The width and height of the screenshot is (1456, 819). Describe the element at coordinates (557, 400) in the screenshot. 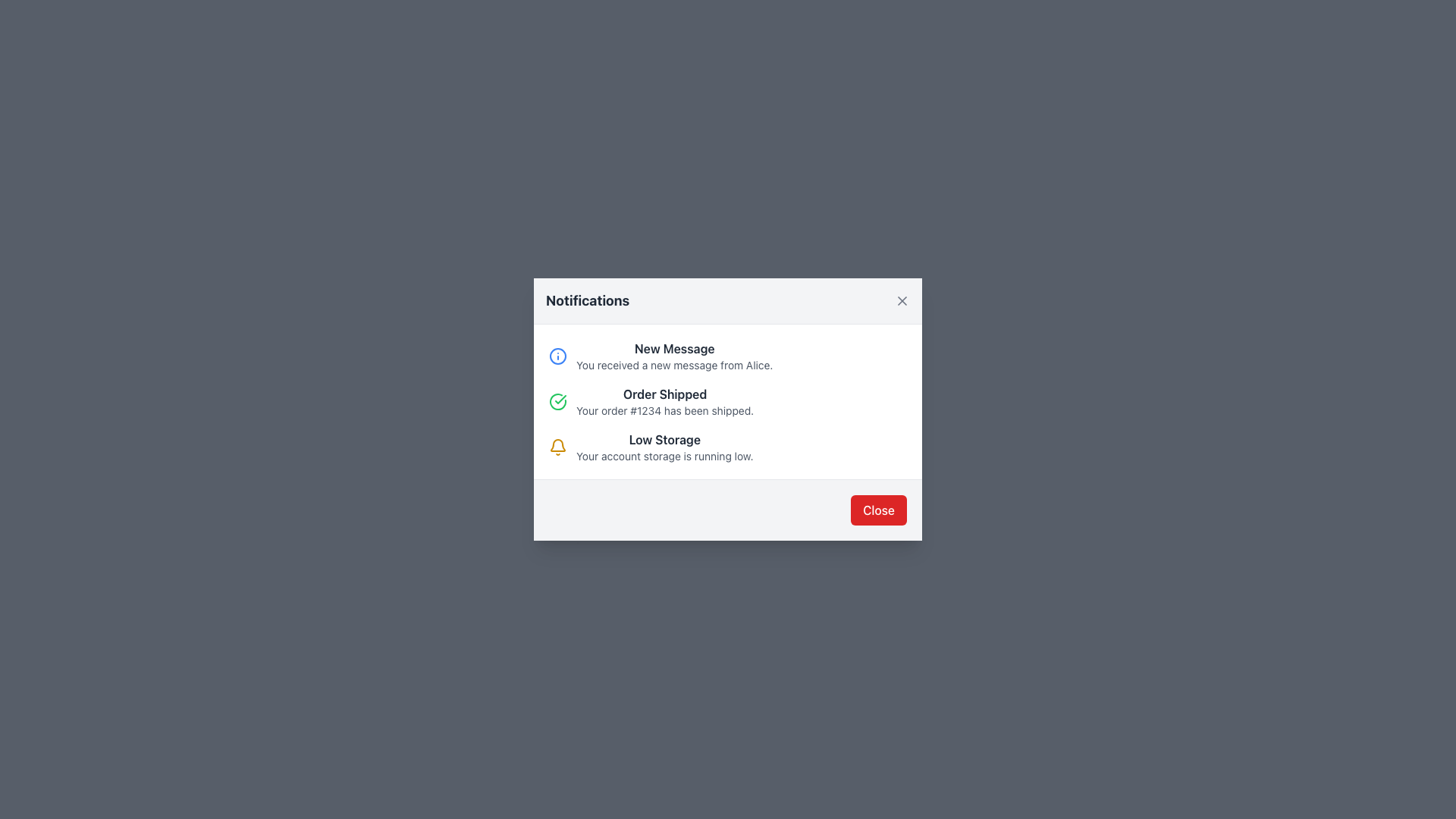

I see `the checkmark icon inside the green circle in the second notification item of the 'Order Shipped' modal window` at that location.